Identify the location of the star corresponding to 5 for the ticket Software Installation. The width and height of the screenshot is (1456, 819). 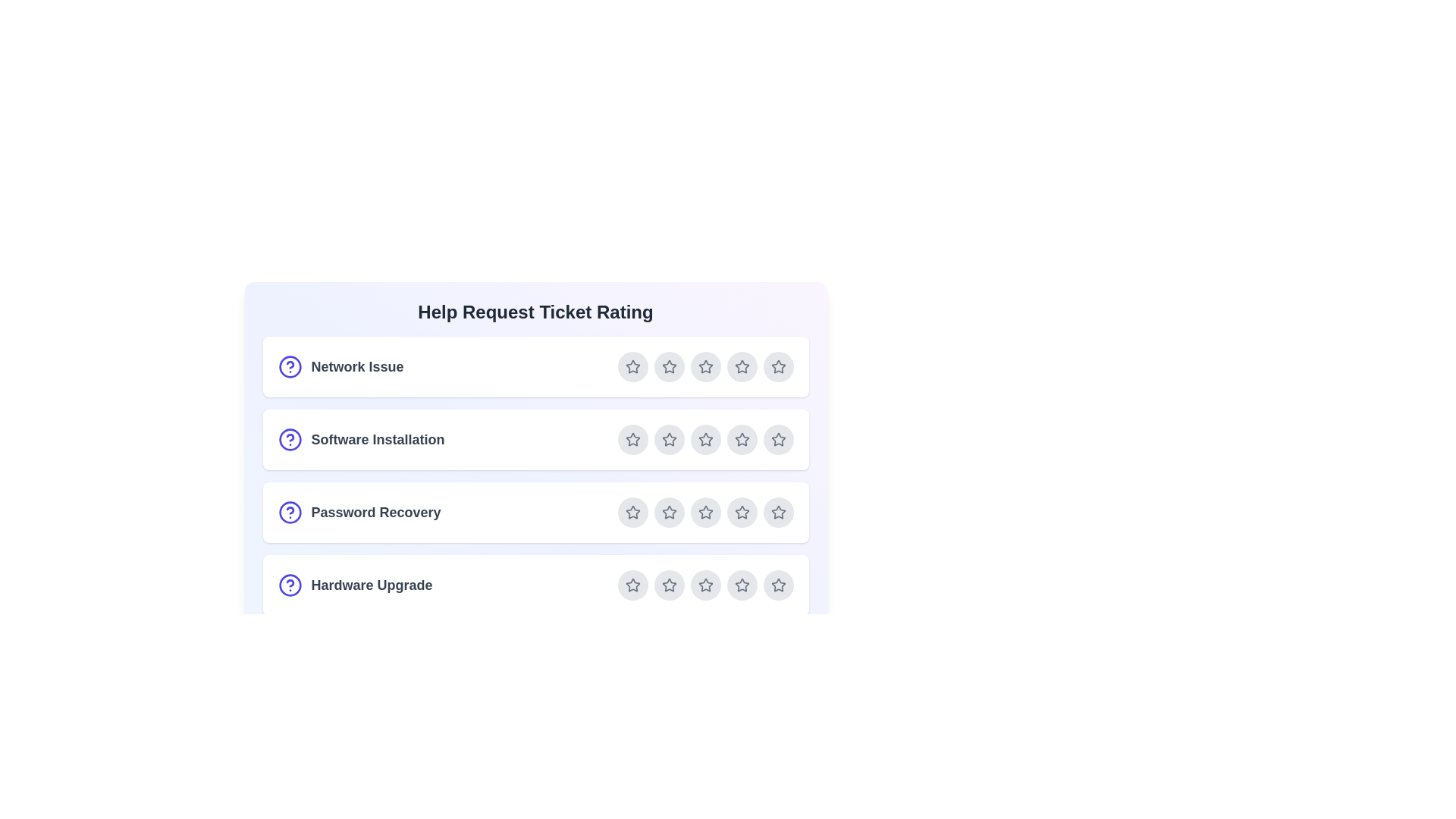
(778, 439).